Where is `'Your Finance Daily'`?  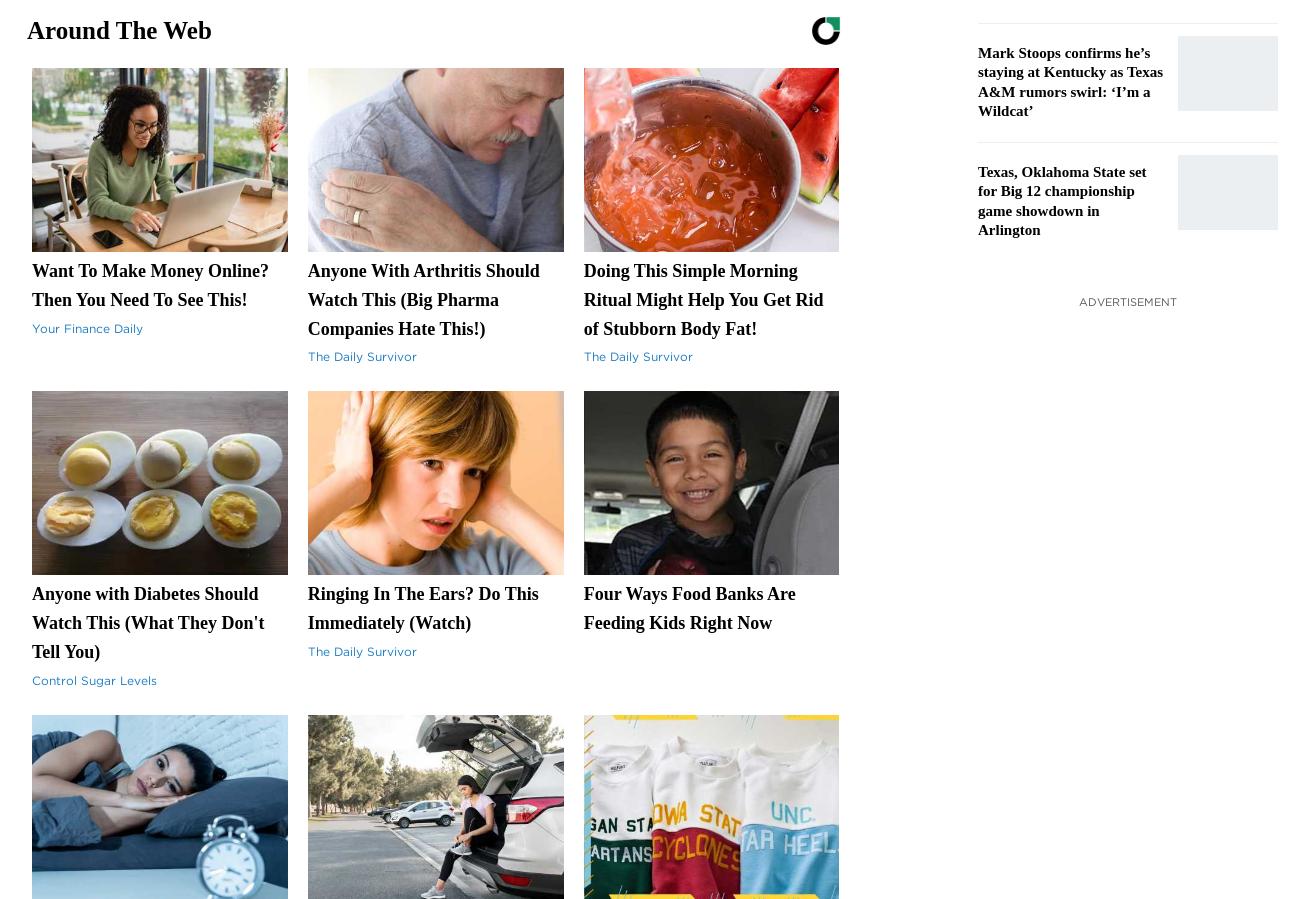
'Your Finance Daily' is located at coordinates (87, 326).